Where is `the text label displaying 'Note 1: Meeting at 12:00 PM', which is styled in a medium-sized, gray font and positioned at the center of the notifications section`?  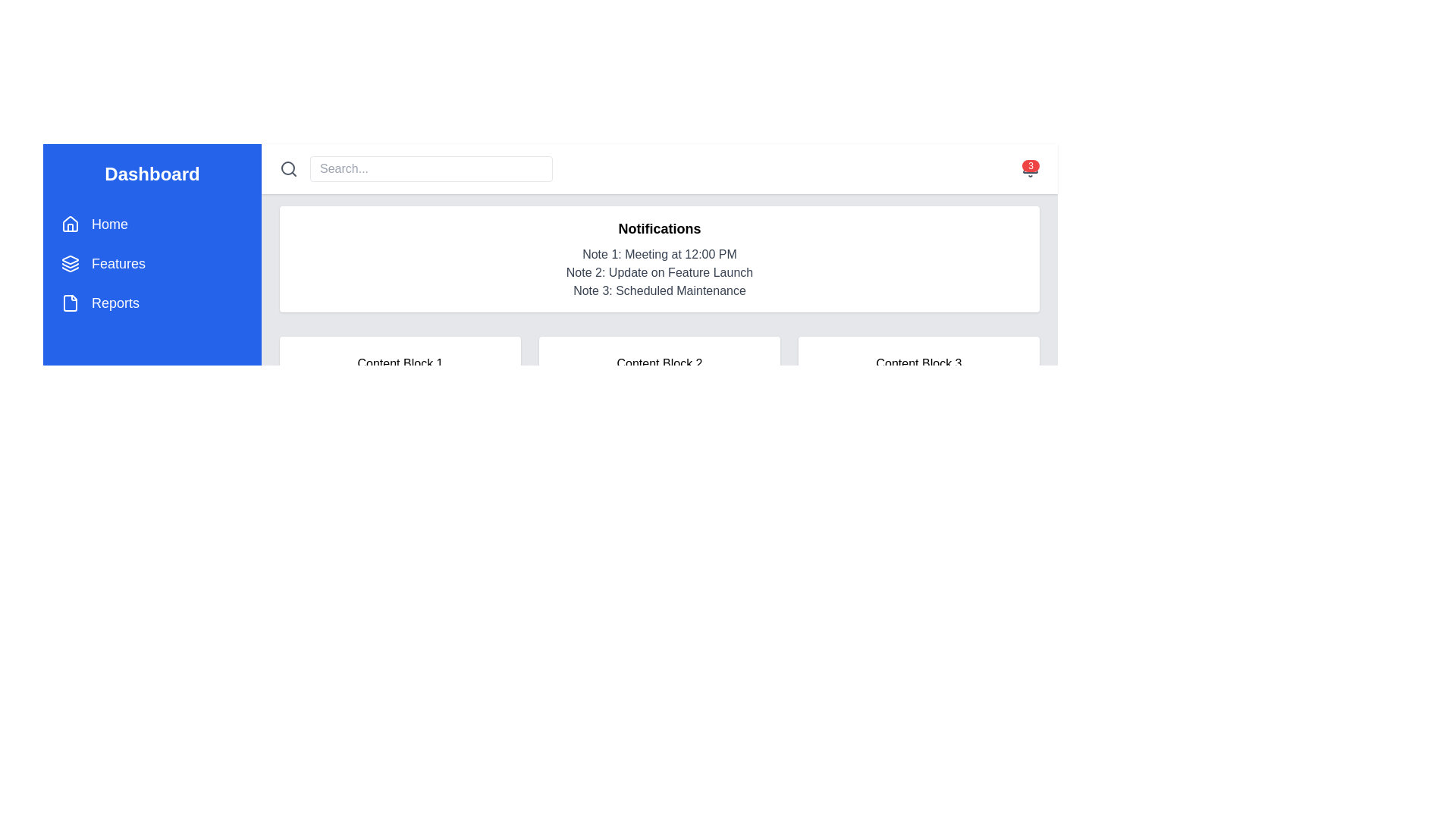 the text label displaying 'Note 1: Meeting at 12:00 PM', which is styled in a medium-sized, gray font and positioned at the center of the notifications section is located at coordinates (659, 253).